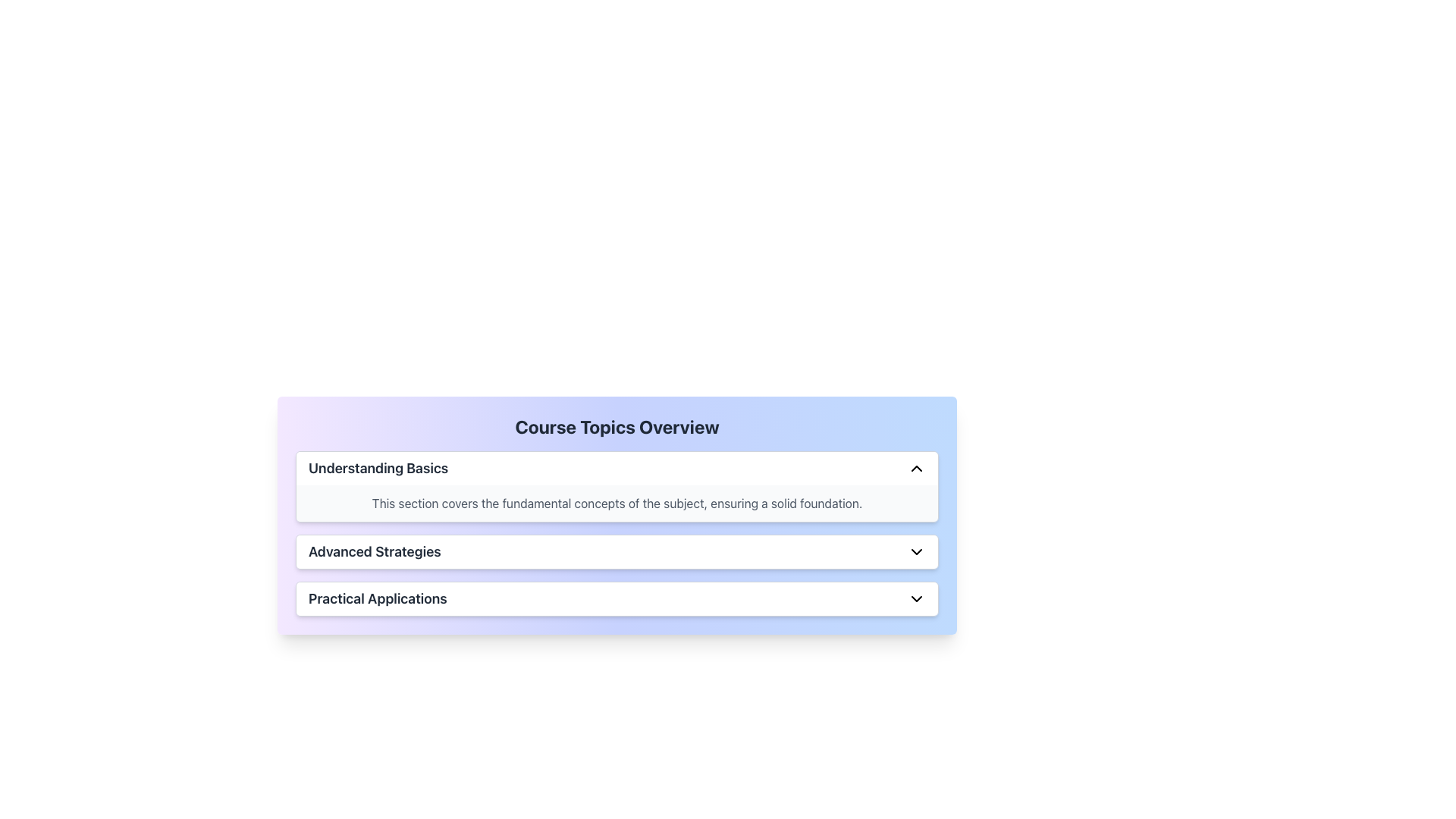  Describe the element at coordinates (617, 533) in the screenshot. I see `the second collapsible section in the Course Topics Overview` at that location.